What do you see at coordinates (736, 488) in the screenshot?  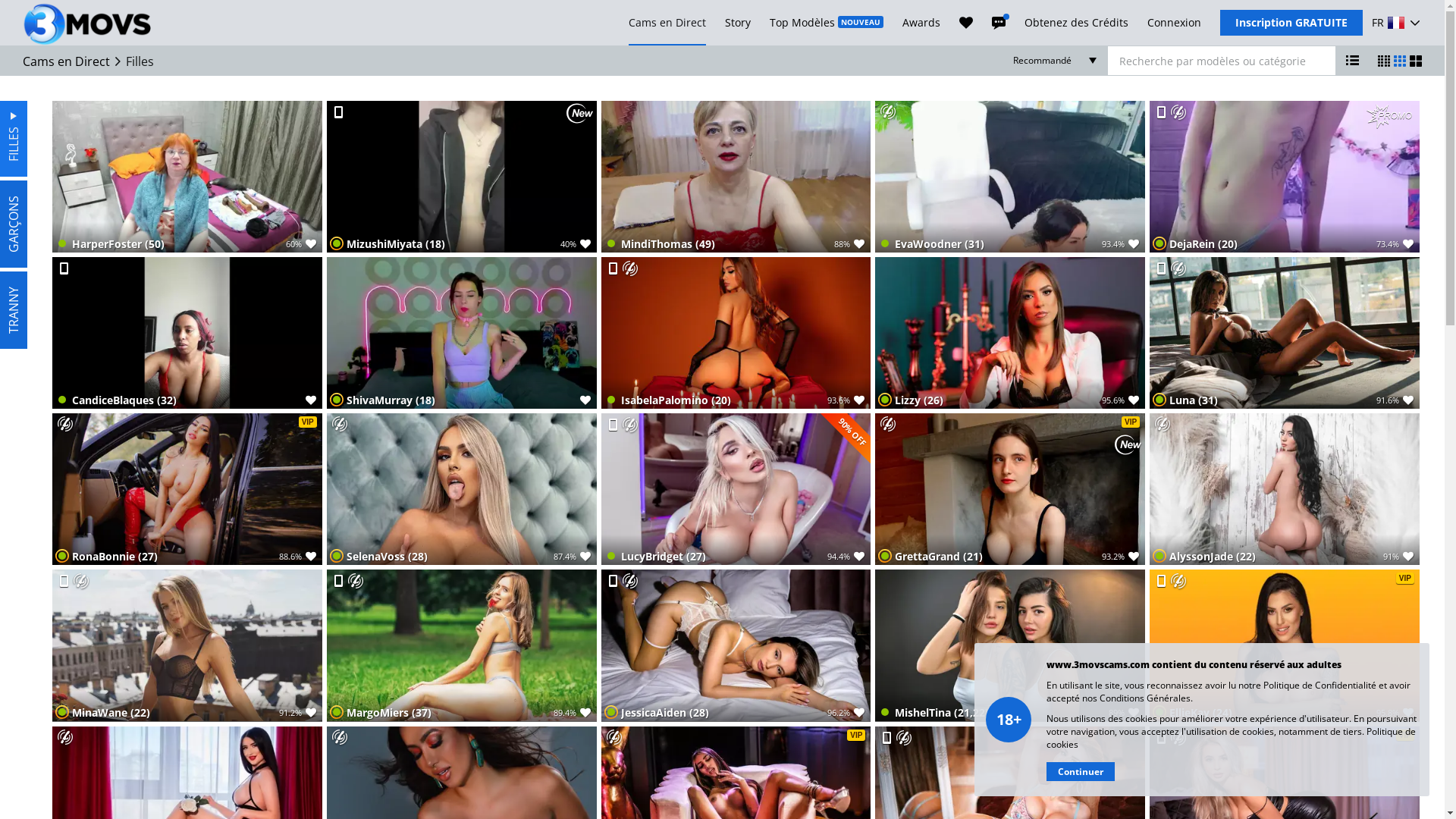 I see `'LucyBridget (27)` at bounding box center [736, 488].